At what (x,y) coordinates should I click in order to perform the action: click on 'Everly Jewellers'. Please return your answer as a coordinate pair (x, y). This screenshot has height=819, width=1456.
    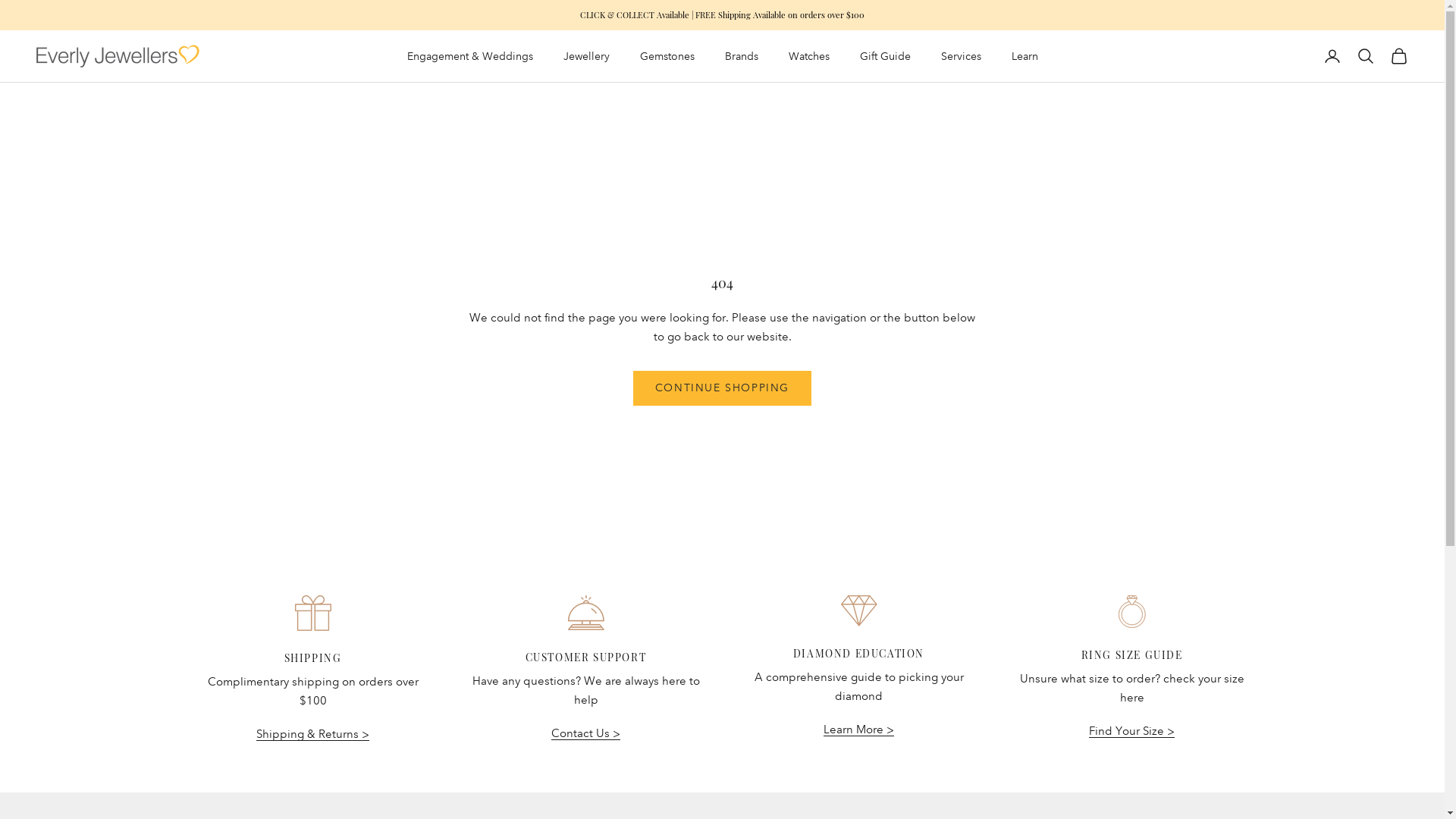
    Looking at the image, I should click on (36, 55).